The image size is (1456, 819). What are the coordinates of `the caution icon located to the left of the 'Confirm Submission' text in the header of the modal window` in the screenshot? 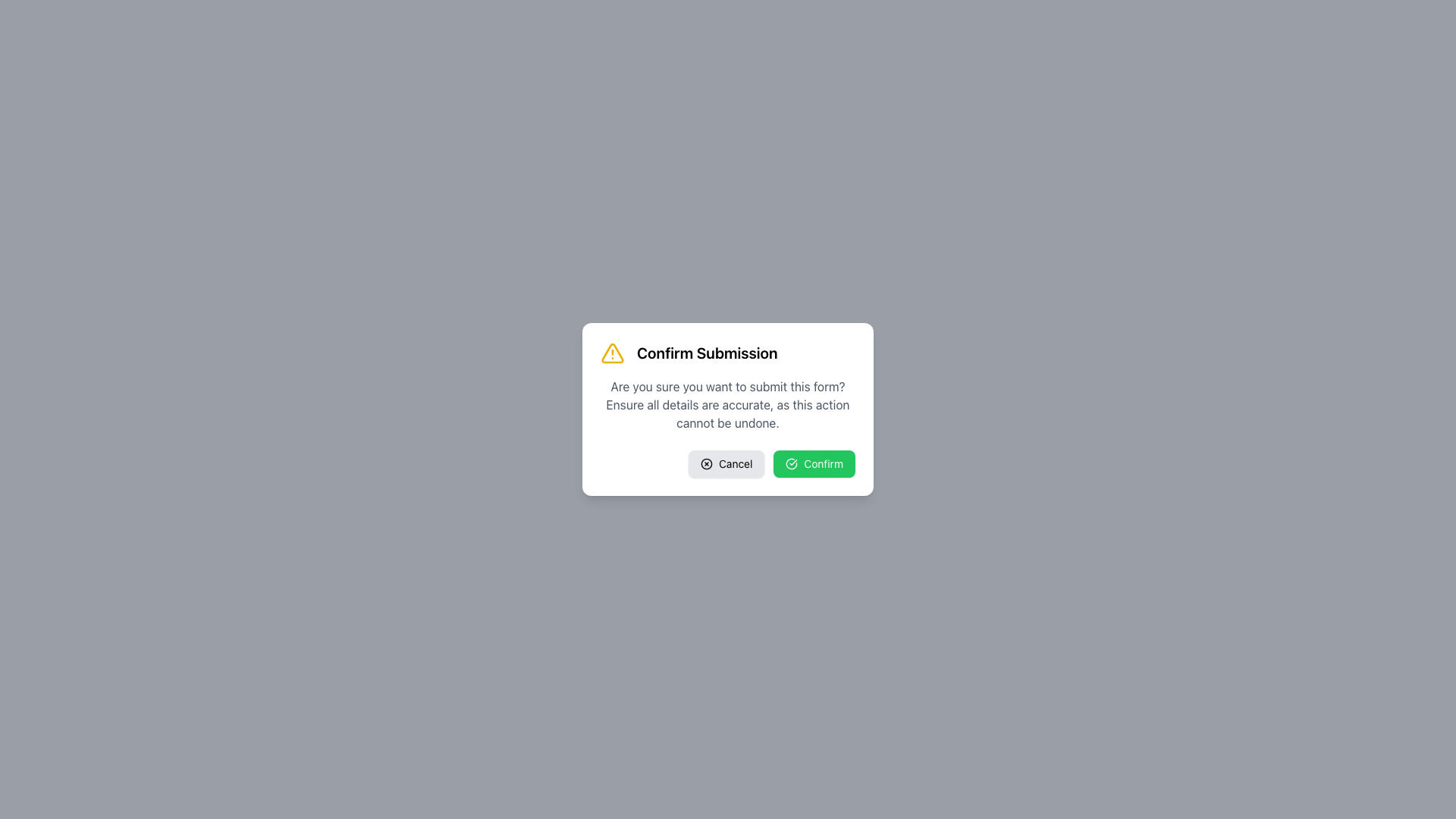 It's located at (612, 353).